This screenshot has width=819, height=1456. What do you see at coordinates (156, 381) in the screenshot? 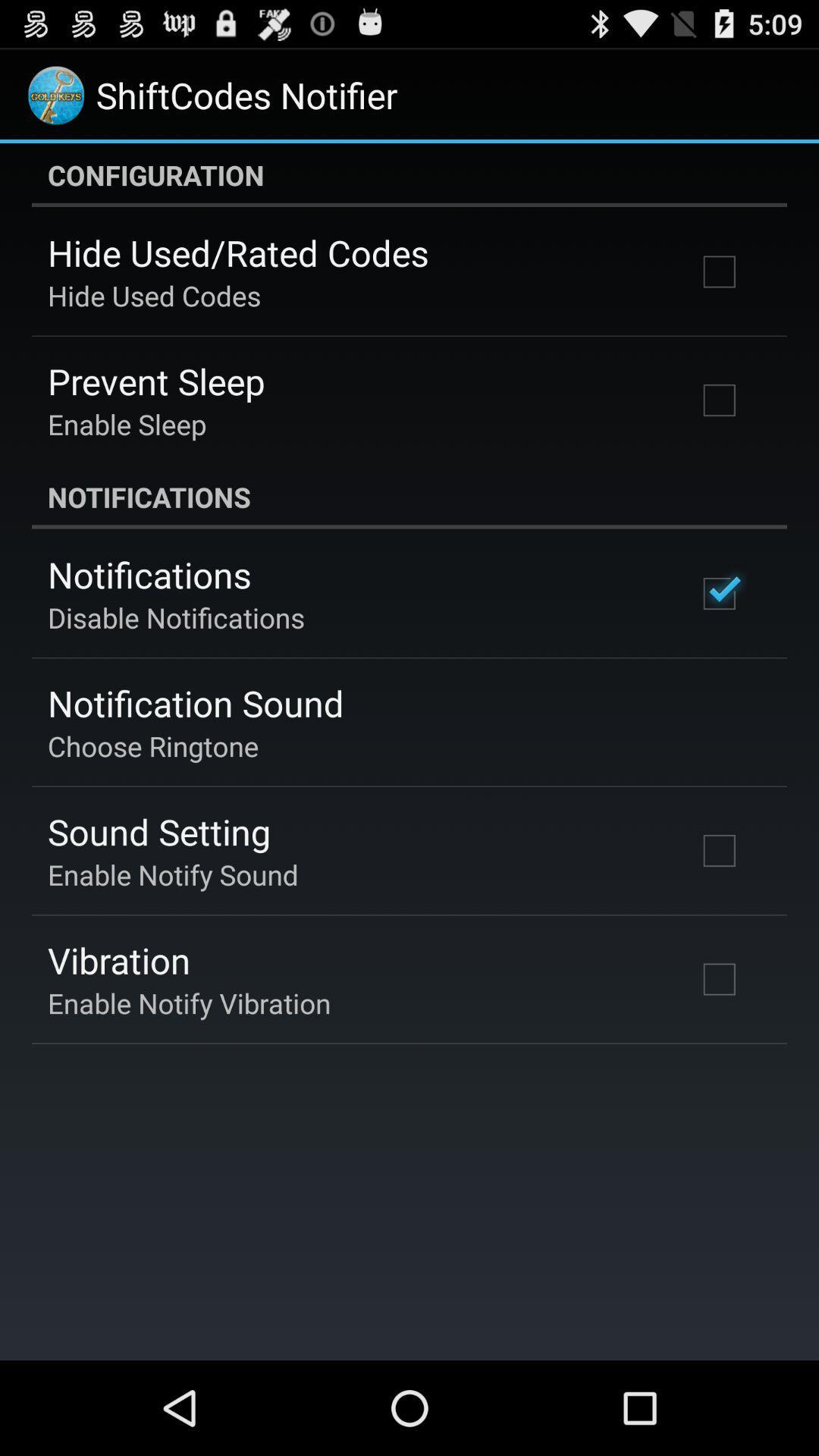
I see `icon above the enable sleep` at bounding box center [156, 381].